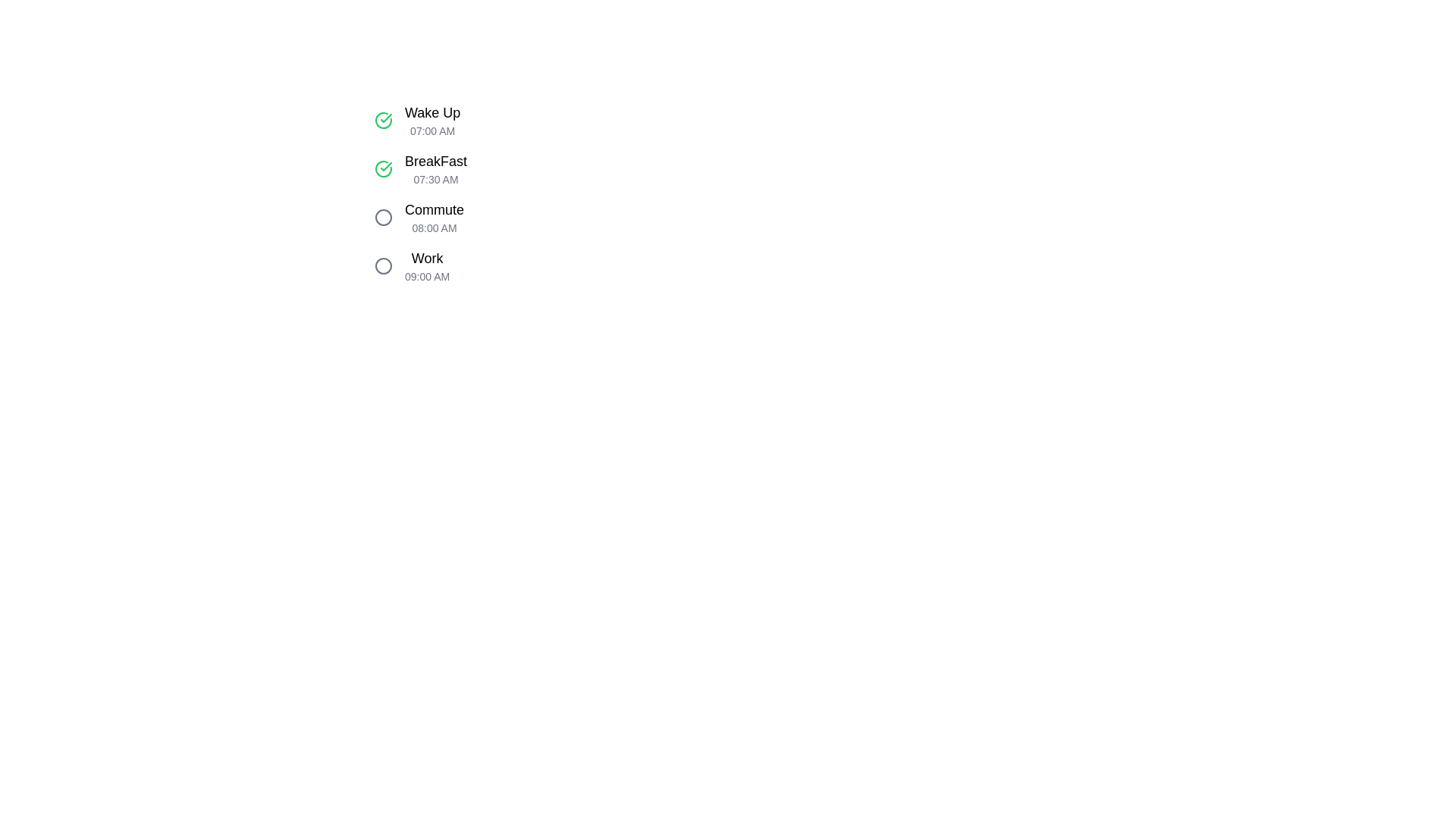 The height and width of the screenshot is (819, 1456). What do you see at coordinates (431, 130) in the screenshot?
I see `the text label displaying '07:00 AM' which is styled in small, gray-colored font, located beneath the 'Wake Up' label` at bounding box center [431, 130].